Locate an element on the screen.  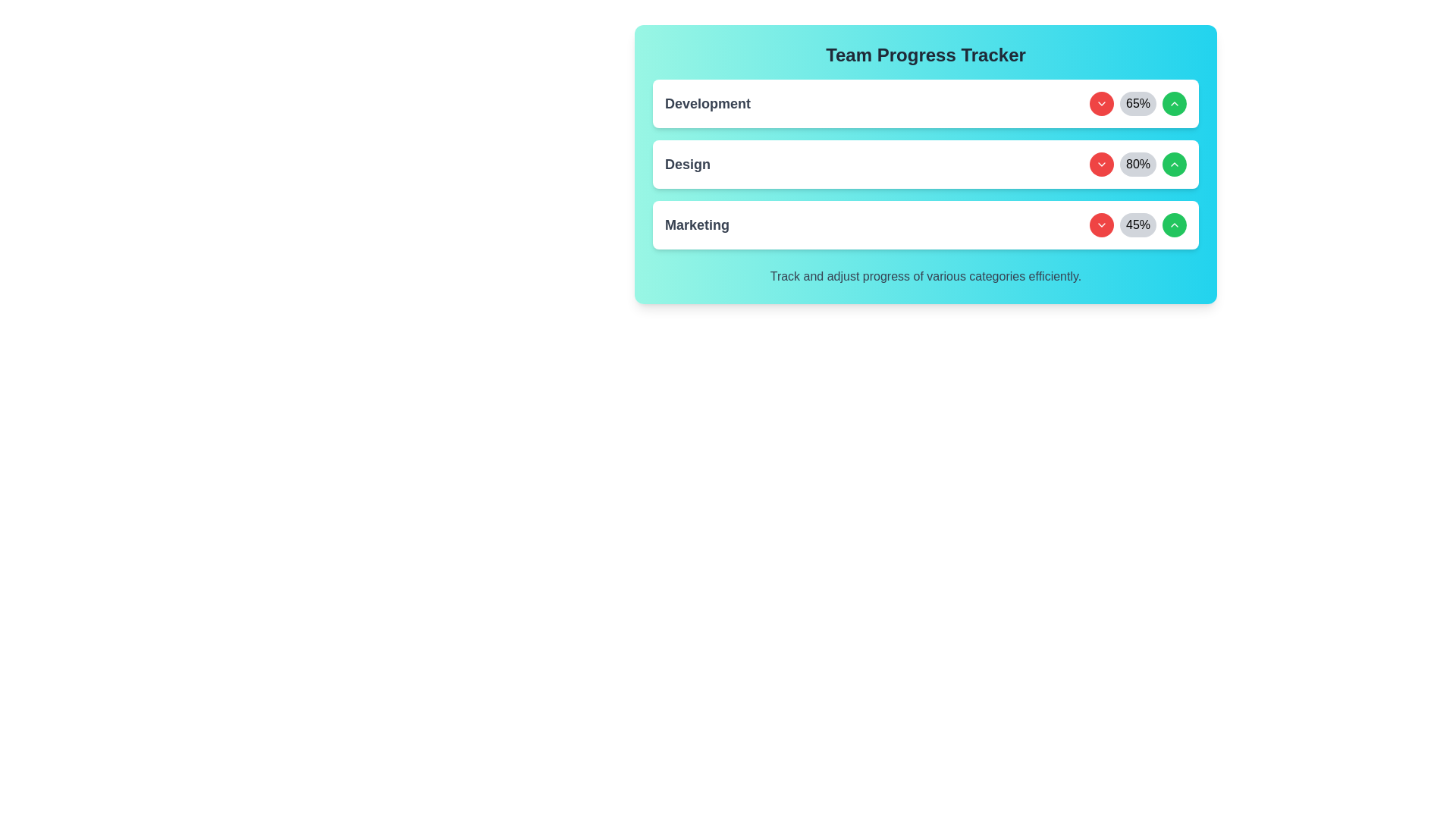
the chevron-up icon within the green circular button located at the far right end of the 'Marketing' progress row is located at coordinates (1174, 103).